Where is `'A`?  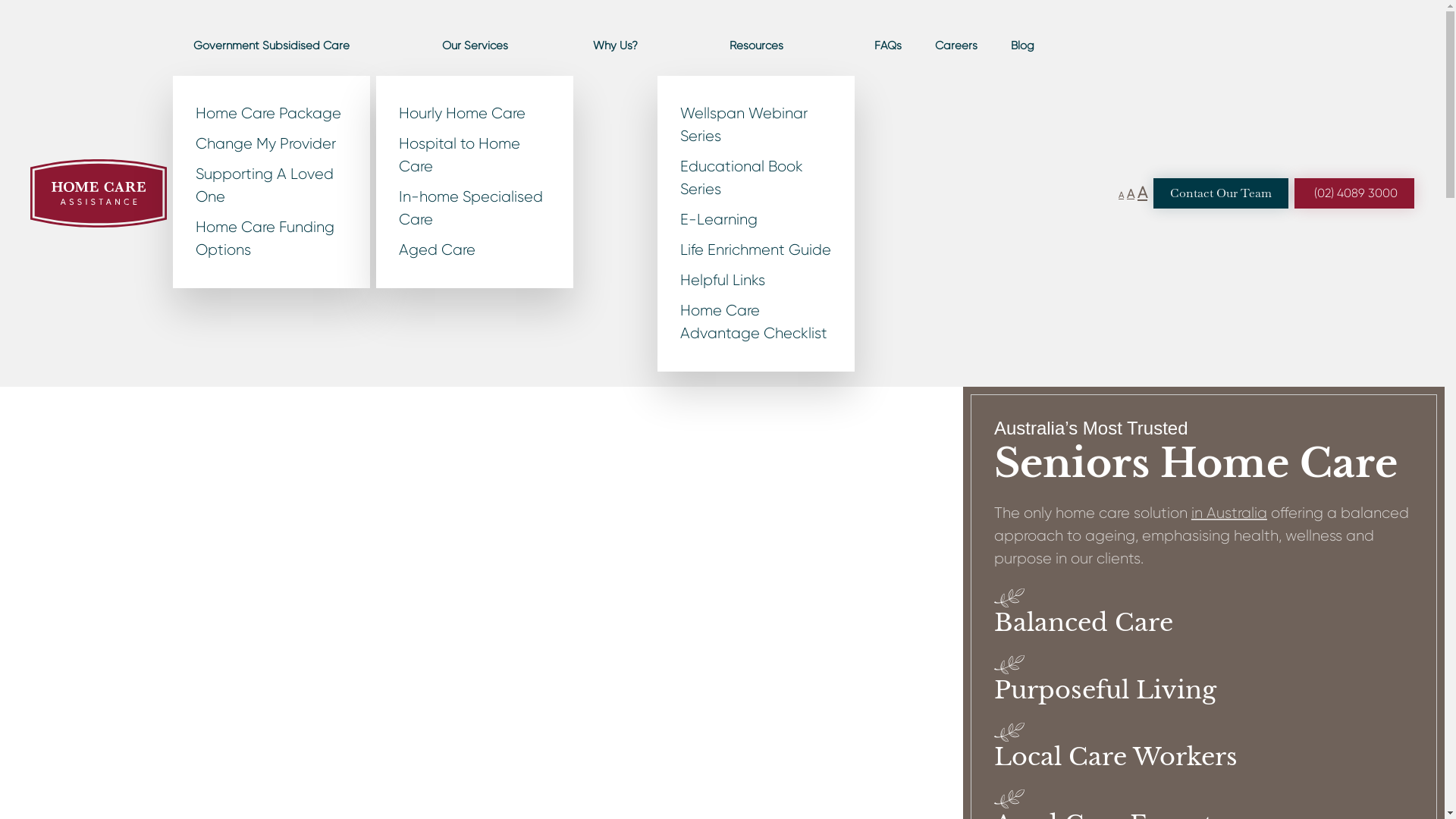 'A is located at coordinates (1127, 193).